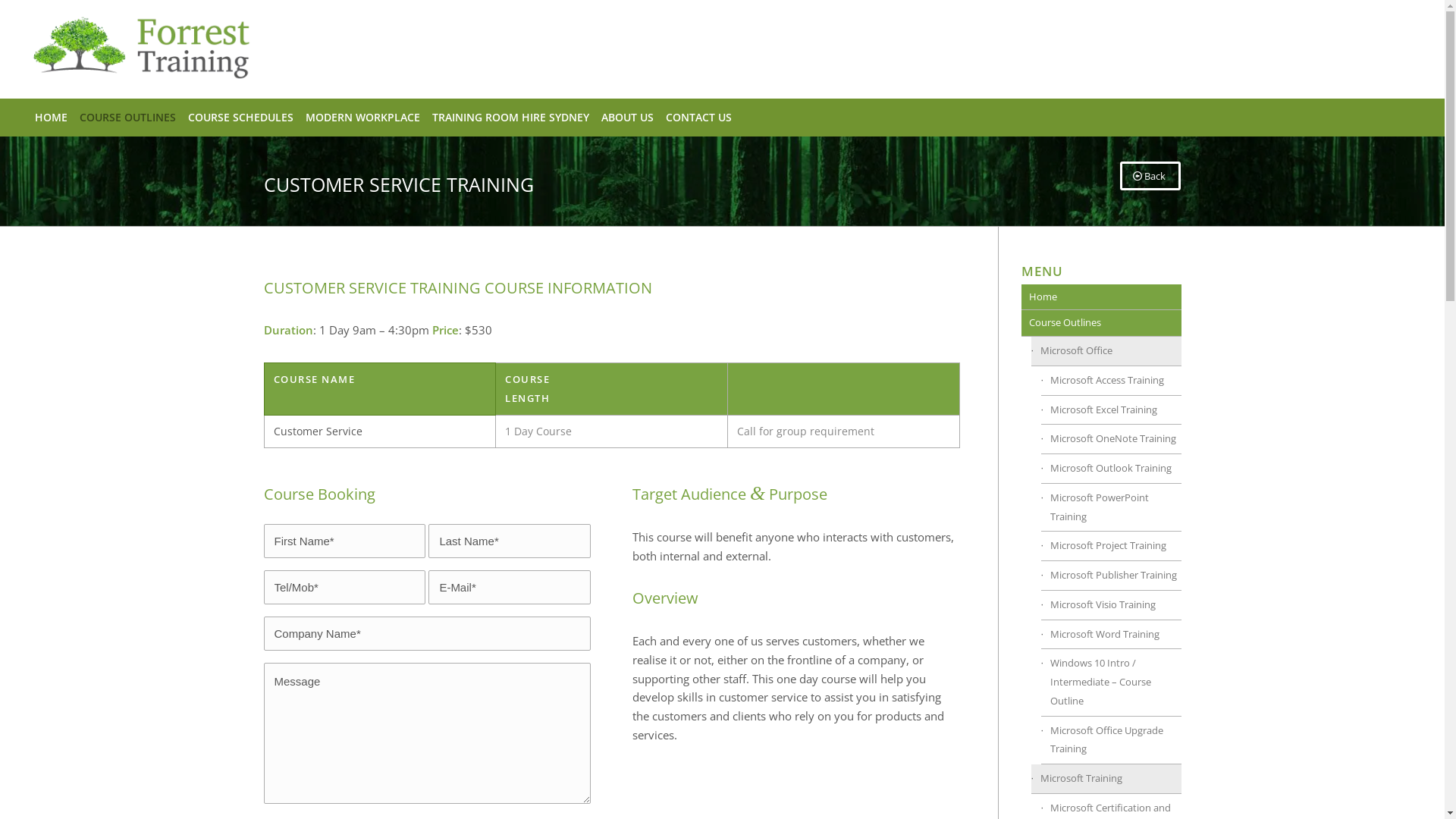 The width and height of the screenshot is (1456, 819). What do you see at coordinates (1110, 546) in the screenshot?
I see `'Microsoft Project Training'` at bounding box center [1110, 546].